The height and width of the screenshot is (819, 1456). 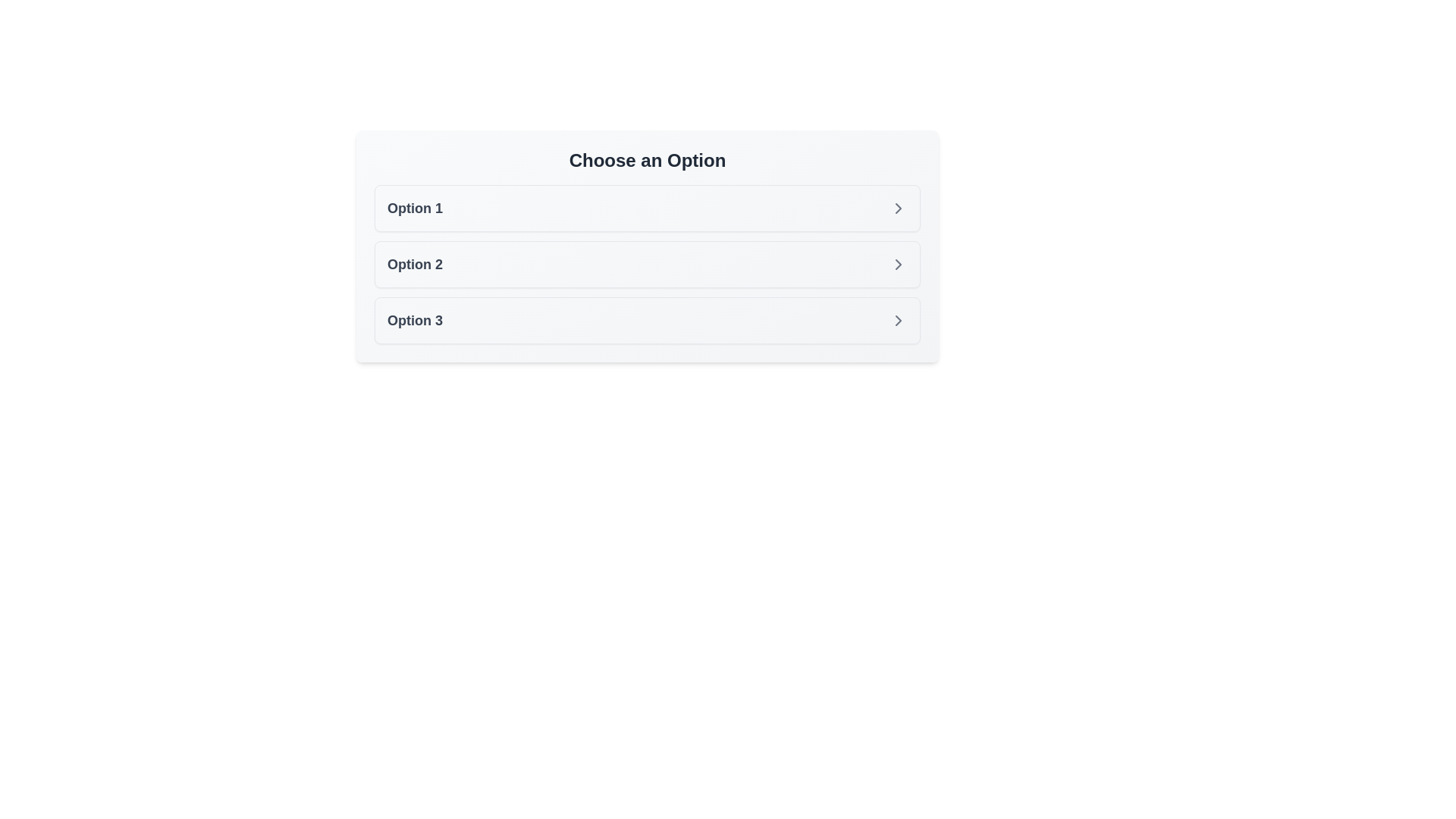 What do you see at coordinates (648, 320) in the screenshot?
I see `the third item in the vertical list of options` at bounding box center [648, 320].